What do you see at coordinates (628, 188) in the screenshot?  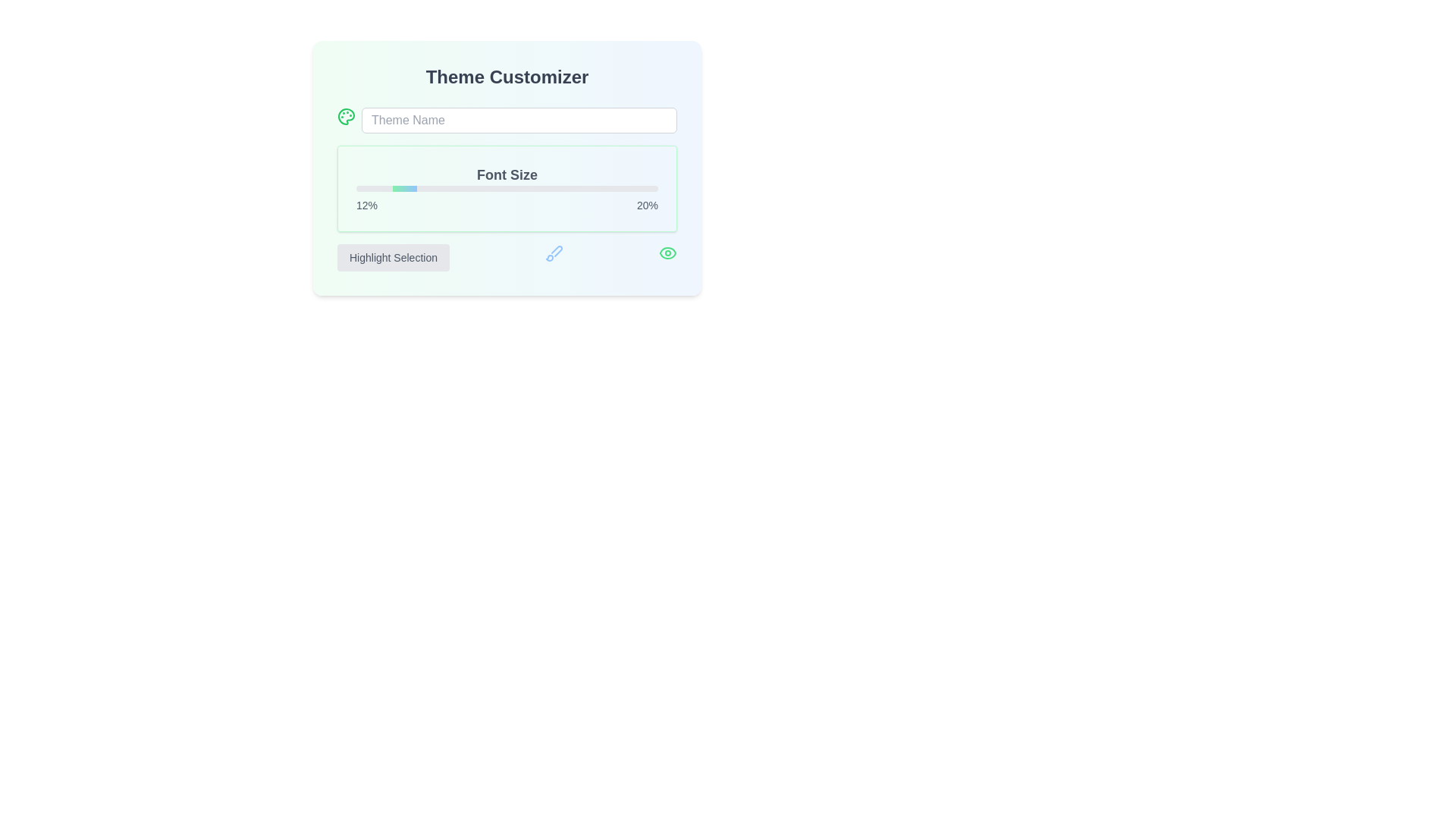 I see `the slider` at bounding box center [628, 188].